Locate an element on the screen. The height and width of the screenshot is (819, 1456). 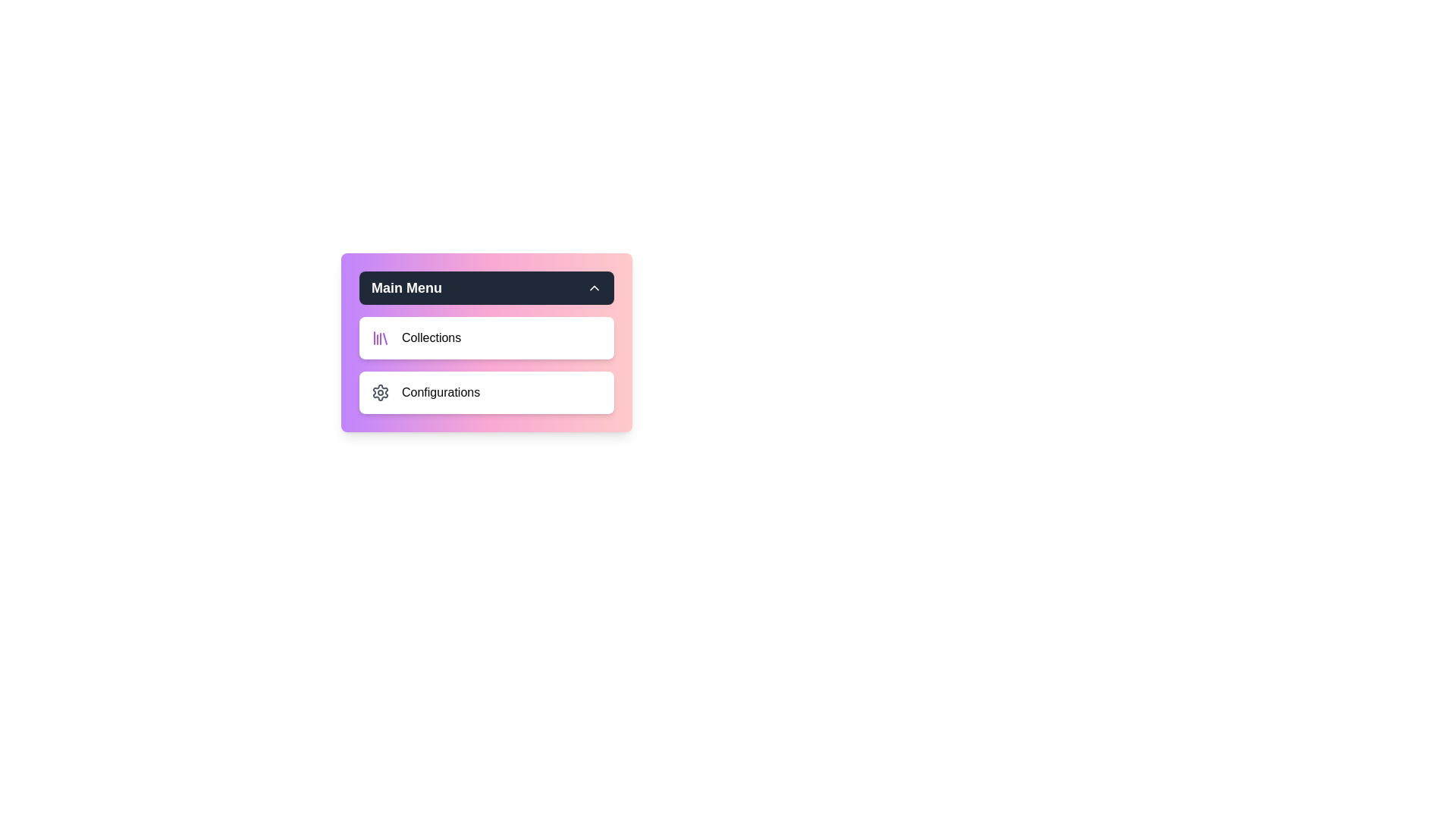
the first item in the list under 'Main Menu' labeled 'Collections' is located at coordinates (487, 337).